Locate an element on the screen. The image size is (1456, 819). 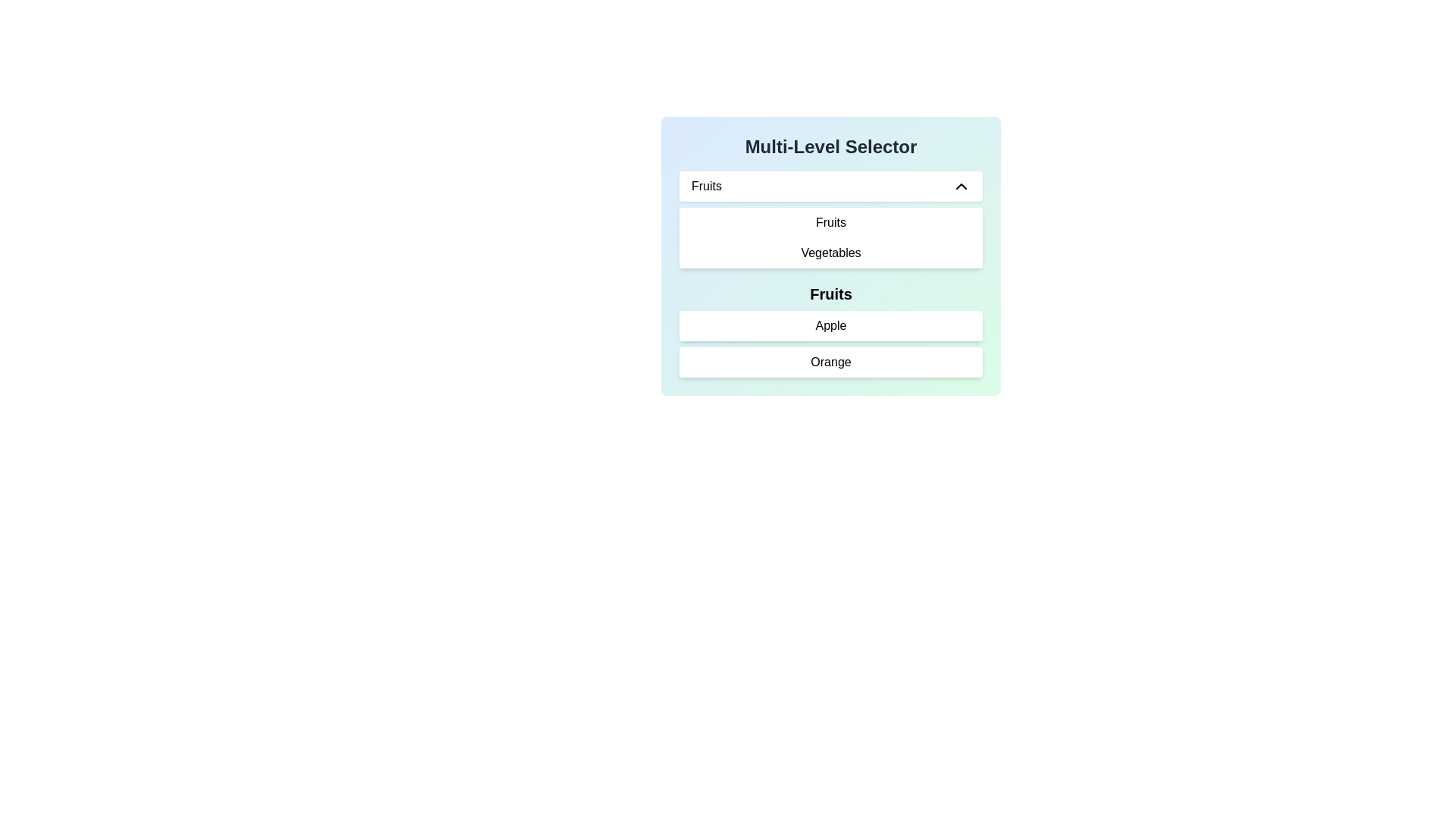
text of the header label that categorizes the subsequent items under 'Fruits', which is centrally located in the section beneath the 'Multi-Level Selector' headline is located at coordinates (830, 329).